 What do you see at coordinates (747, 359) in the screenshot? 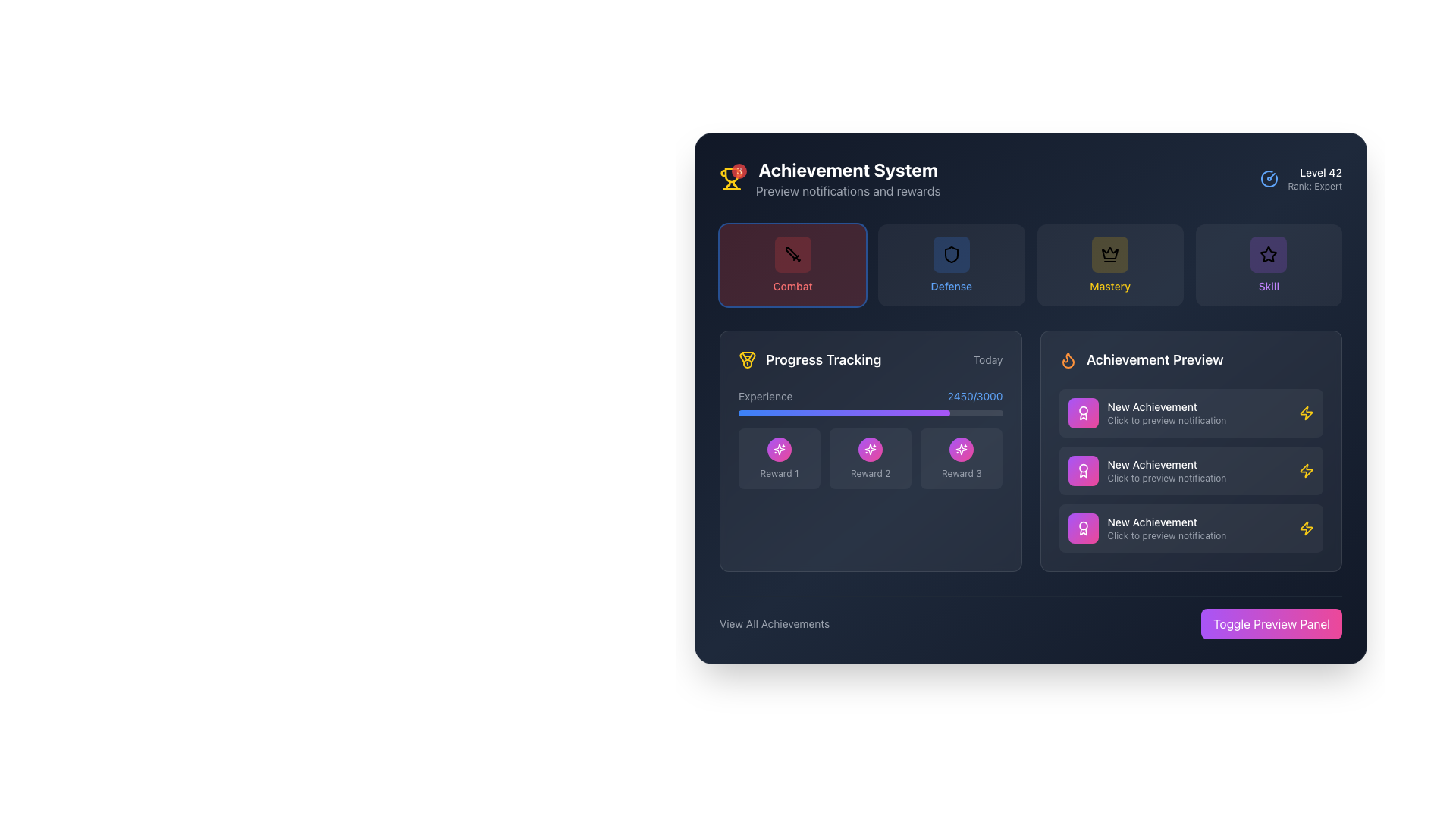
I see `the 'Progress Tracking' icon, which is located to the far left of the 'Progress Tracking' section, adjacent to its text label` at bounding box center [747, 359].